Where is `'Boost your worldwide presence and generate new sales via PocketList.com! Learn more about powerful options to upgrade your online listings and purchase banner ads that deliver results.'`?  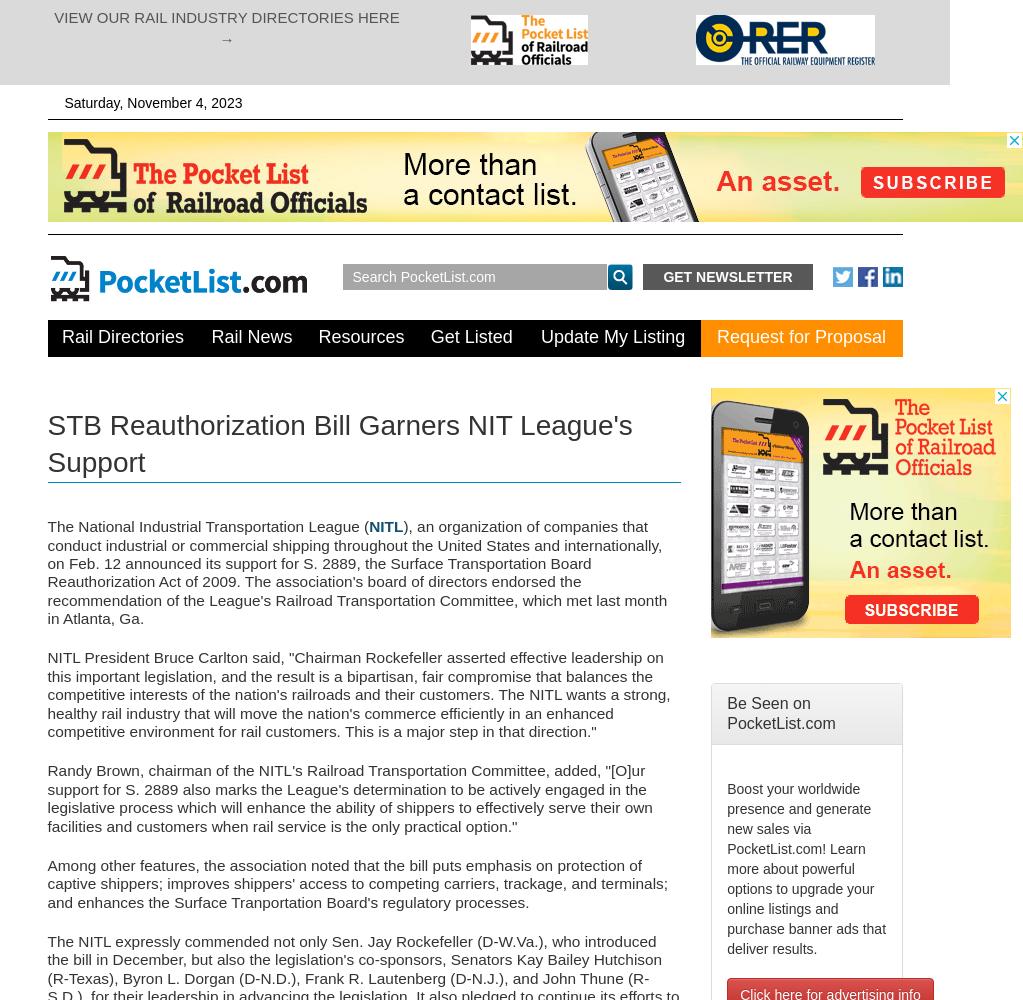 'Boost your worldwide presence and generate new sales via PocketList.com! Learn more about powerful options to upgrade your online listings and purchase banner ads that deliver results.' is located at coordinates (727, 867).